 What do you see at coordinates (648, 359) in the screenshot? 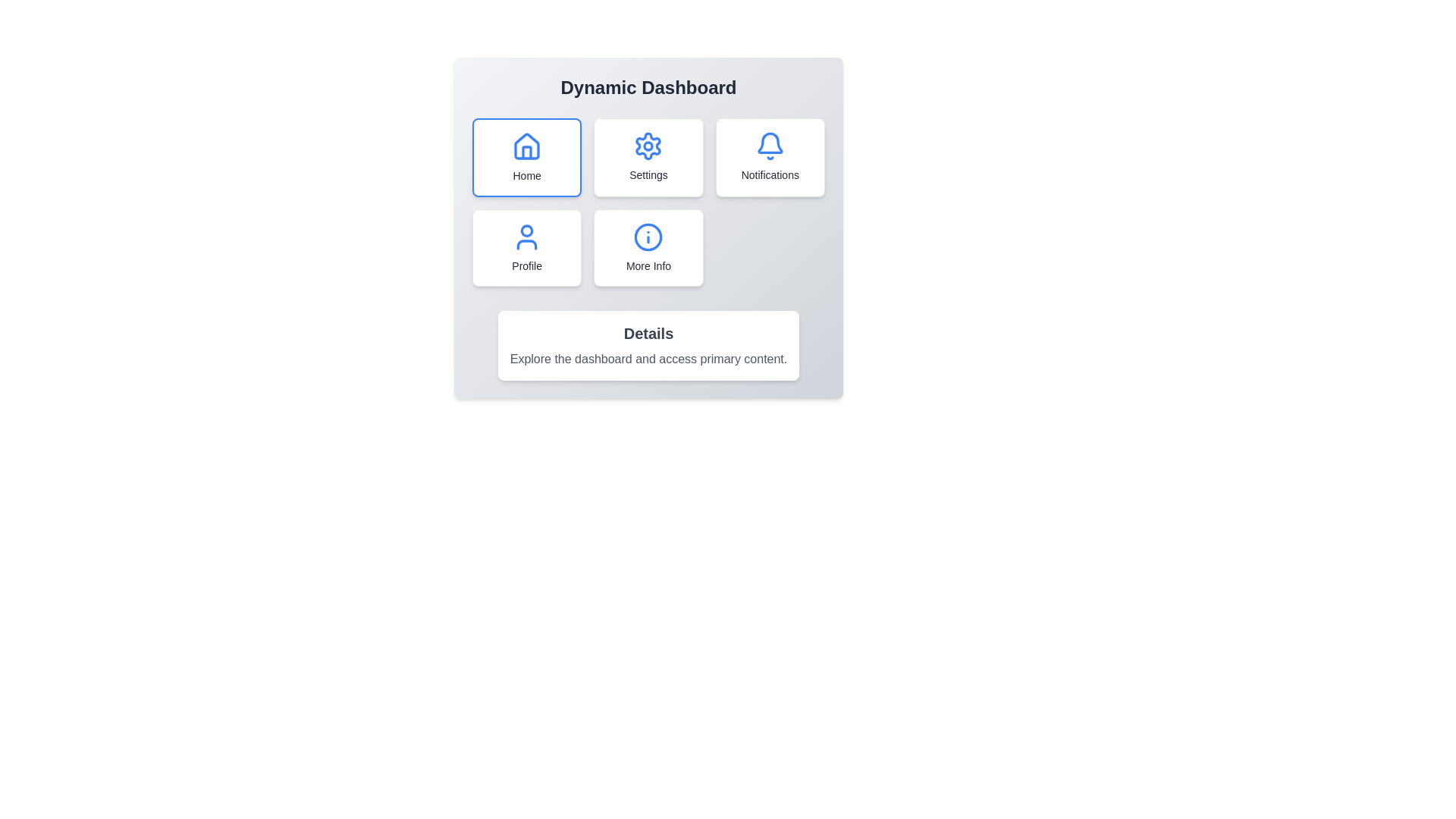
I see `text displayed in the Text Display located directly underneath the 'Details' section within the white card panel` at bounding box center [648, 359].